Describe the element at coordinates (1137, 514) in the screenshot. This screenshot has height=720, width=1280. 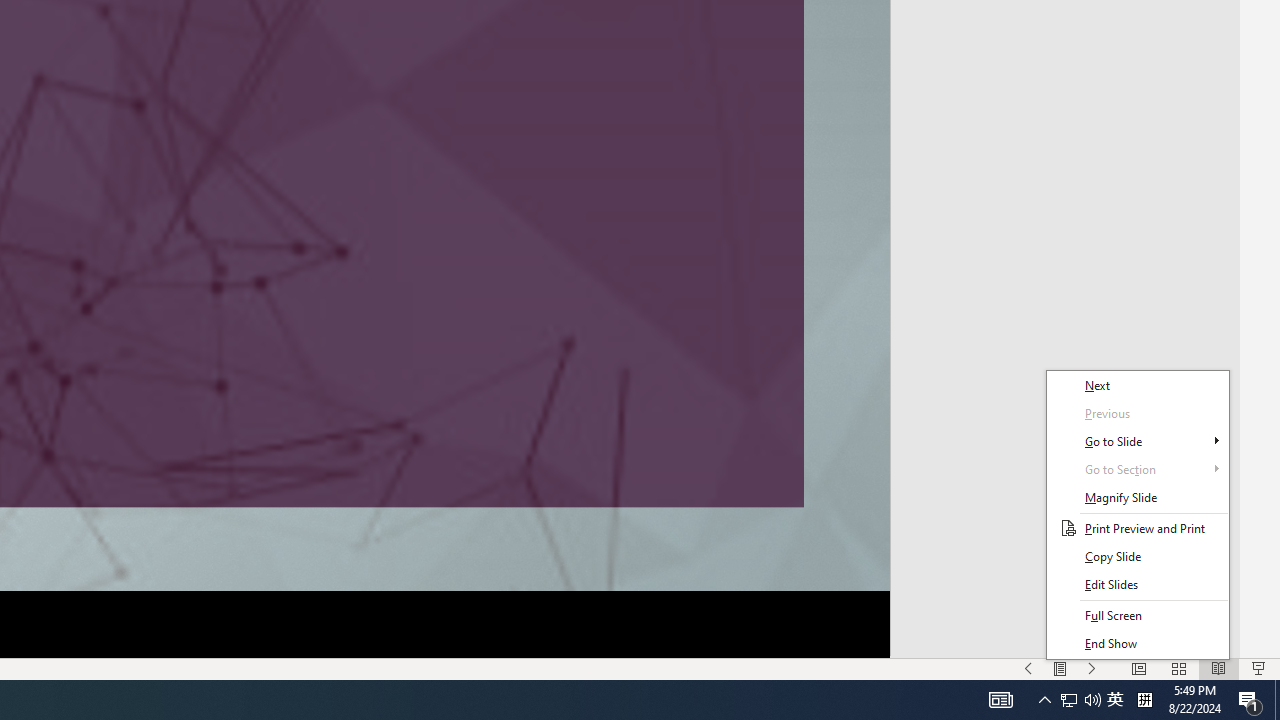
I see `'Context Menu'` at that location.